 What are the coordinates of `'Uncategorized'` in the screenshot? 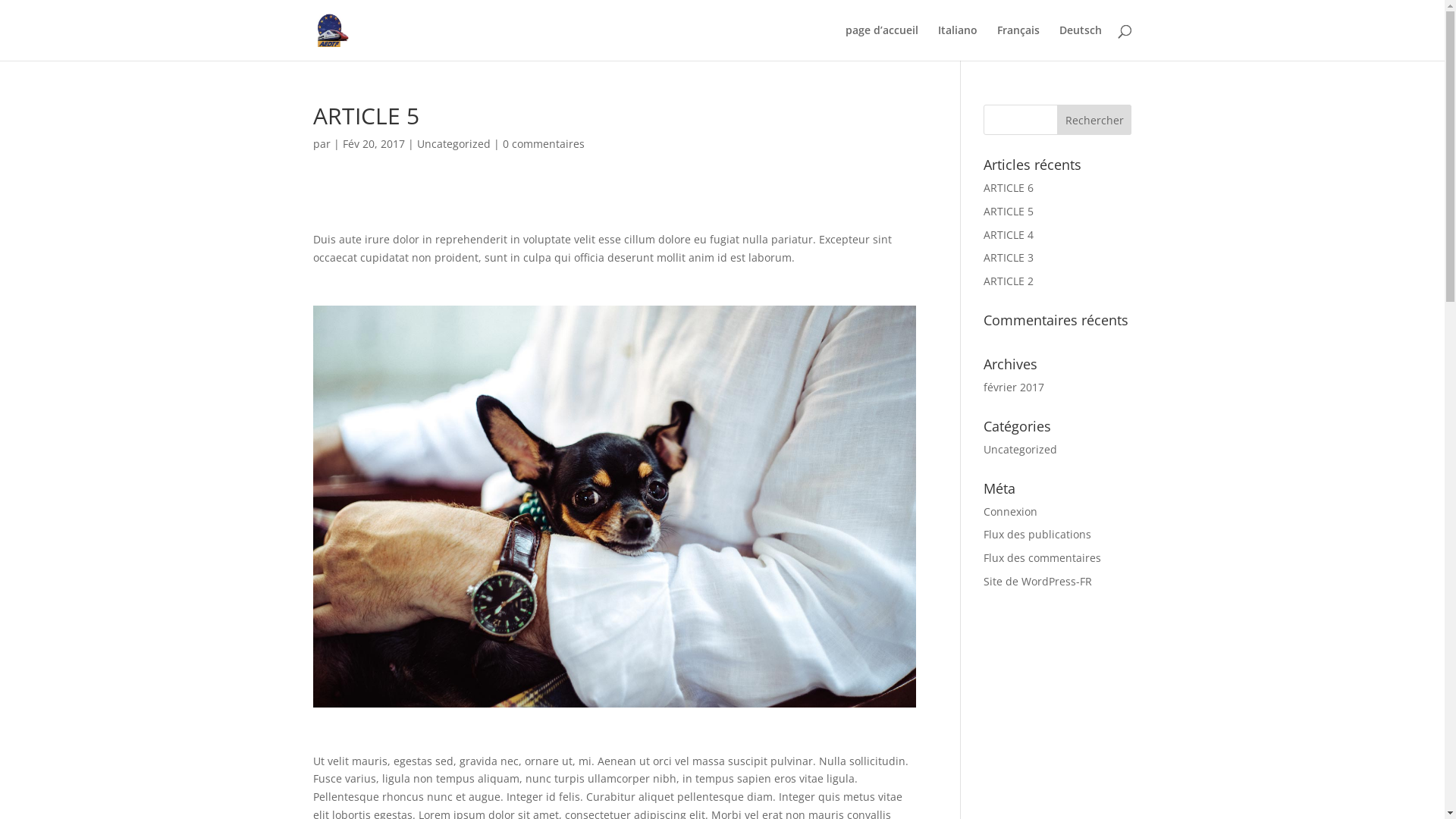 It's located at (1020, 448).